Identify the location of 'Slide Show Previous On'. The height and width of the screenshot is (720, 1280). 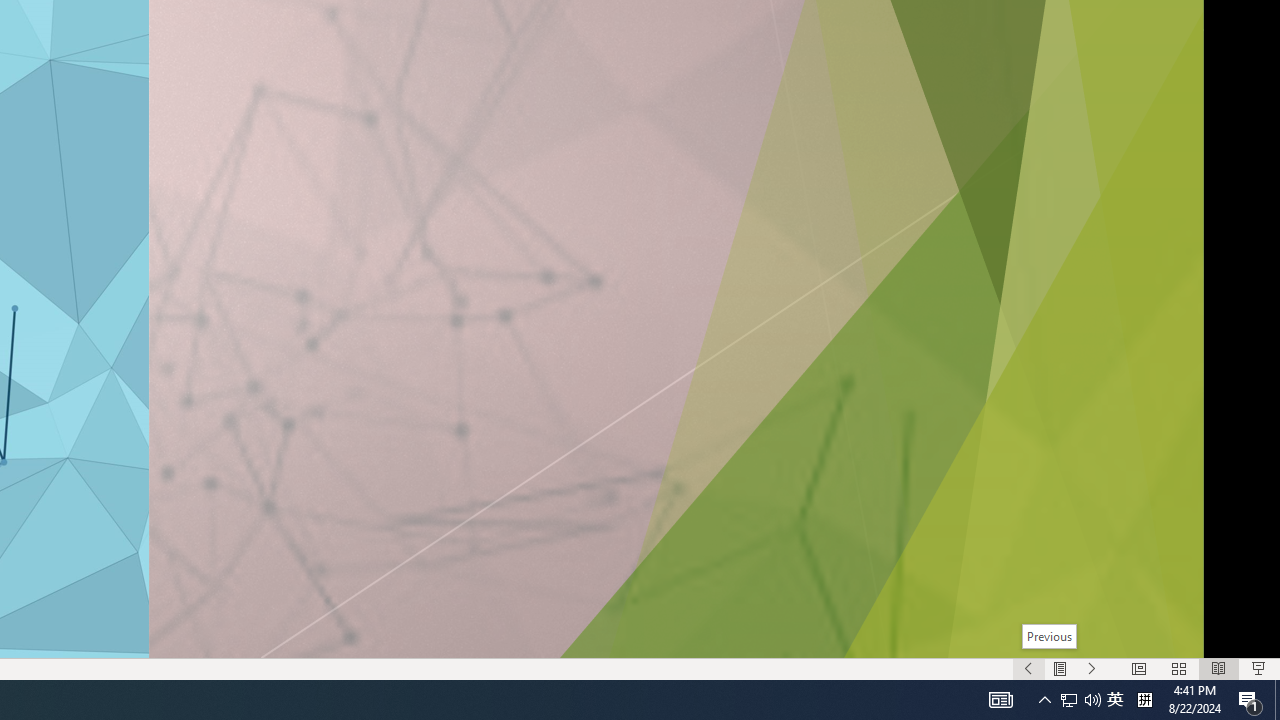
(1028, 669).